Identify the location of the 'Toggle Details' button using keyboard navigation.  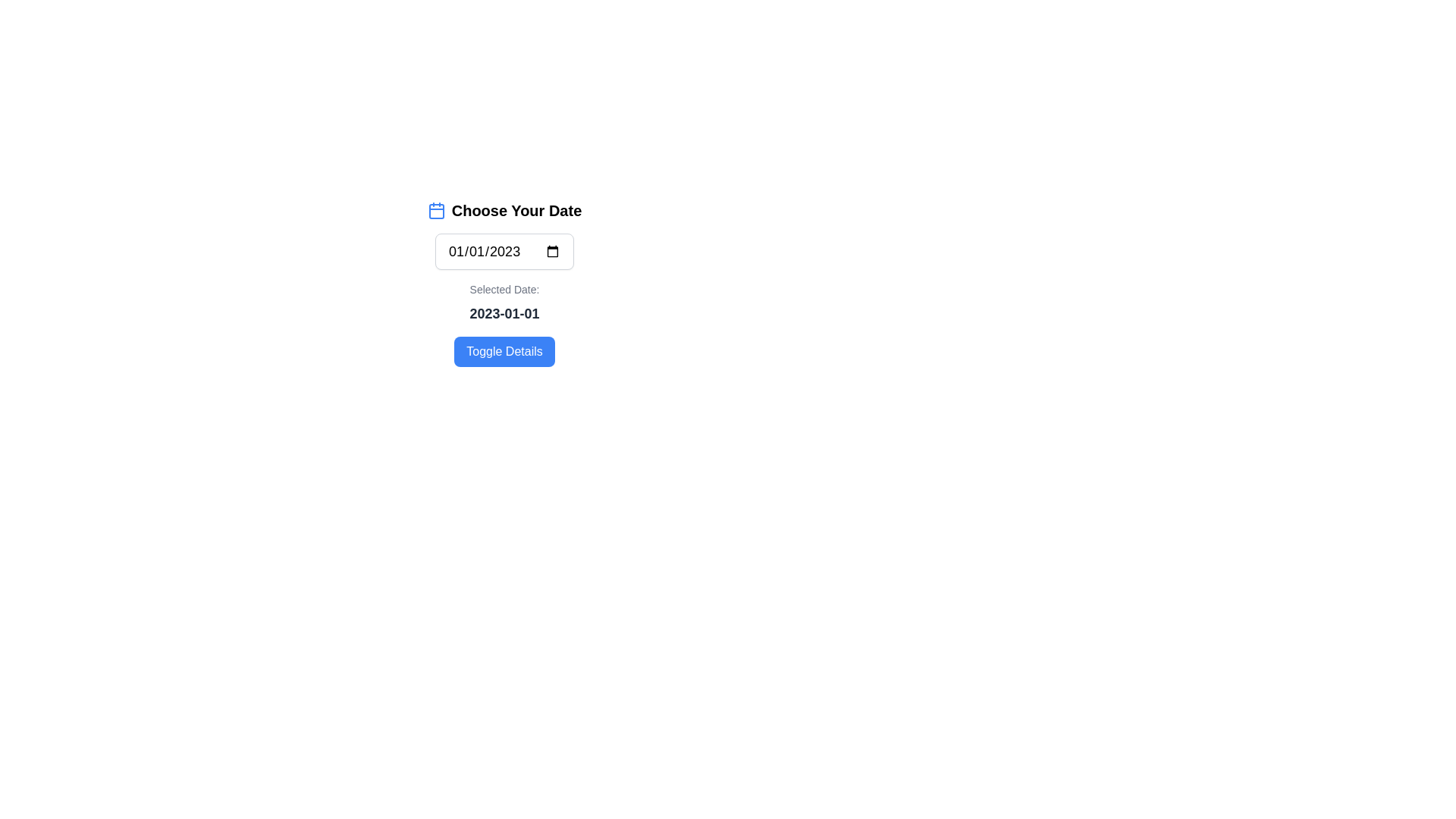
(504, 351).